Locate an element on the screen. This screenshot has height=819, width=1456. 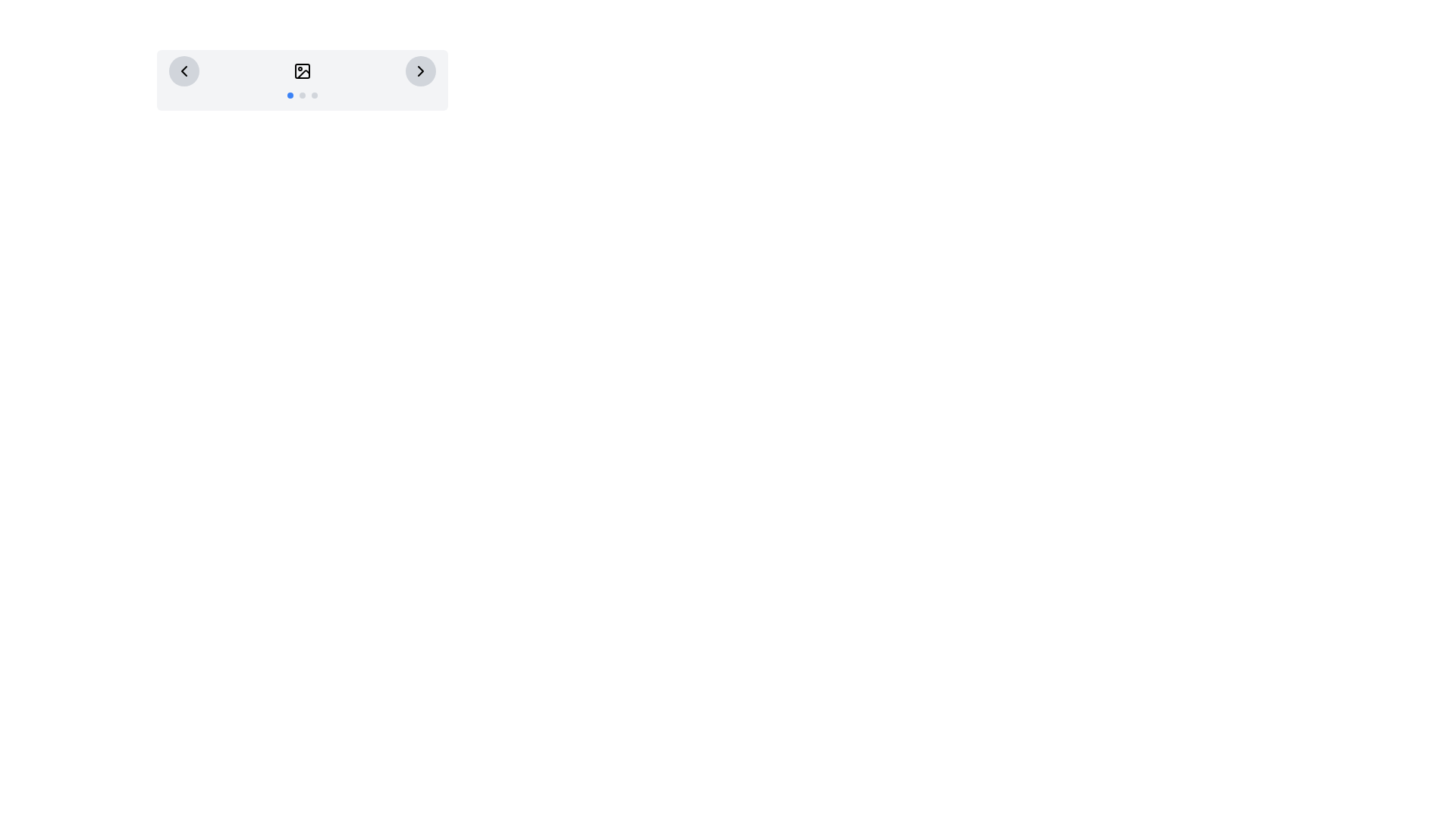
the rightward-pointing chevron icon within the circular button is located at coordinates (420, 71).